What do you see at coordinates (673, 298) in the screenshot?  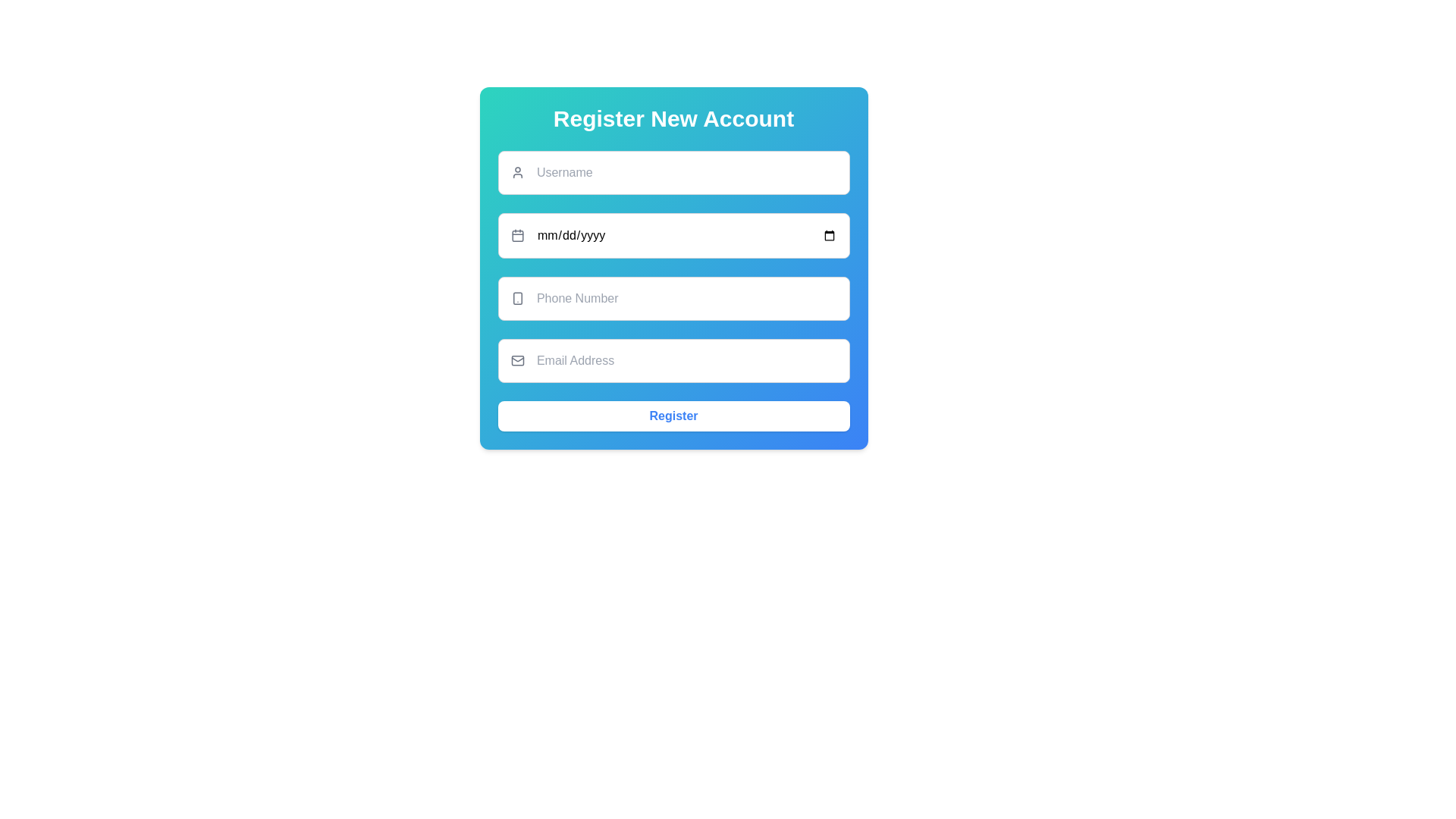 I see `the phone number input field located below the 'Birthdate' field and above the 'Email Address' field in the registration form to focus the input` at bounding box center [673, 298].